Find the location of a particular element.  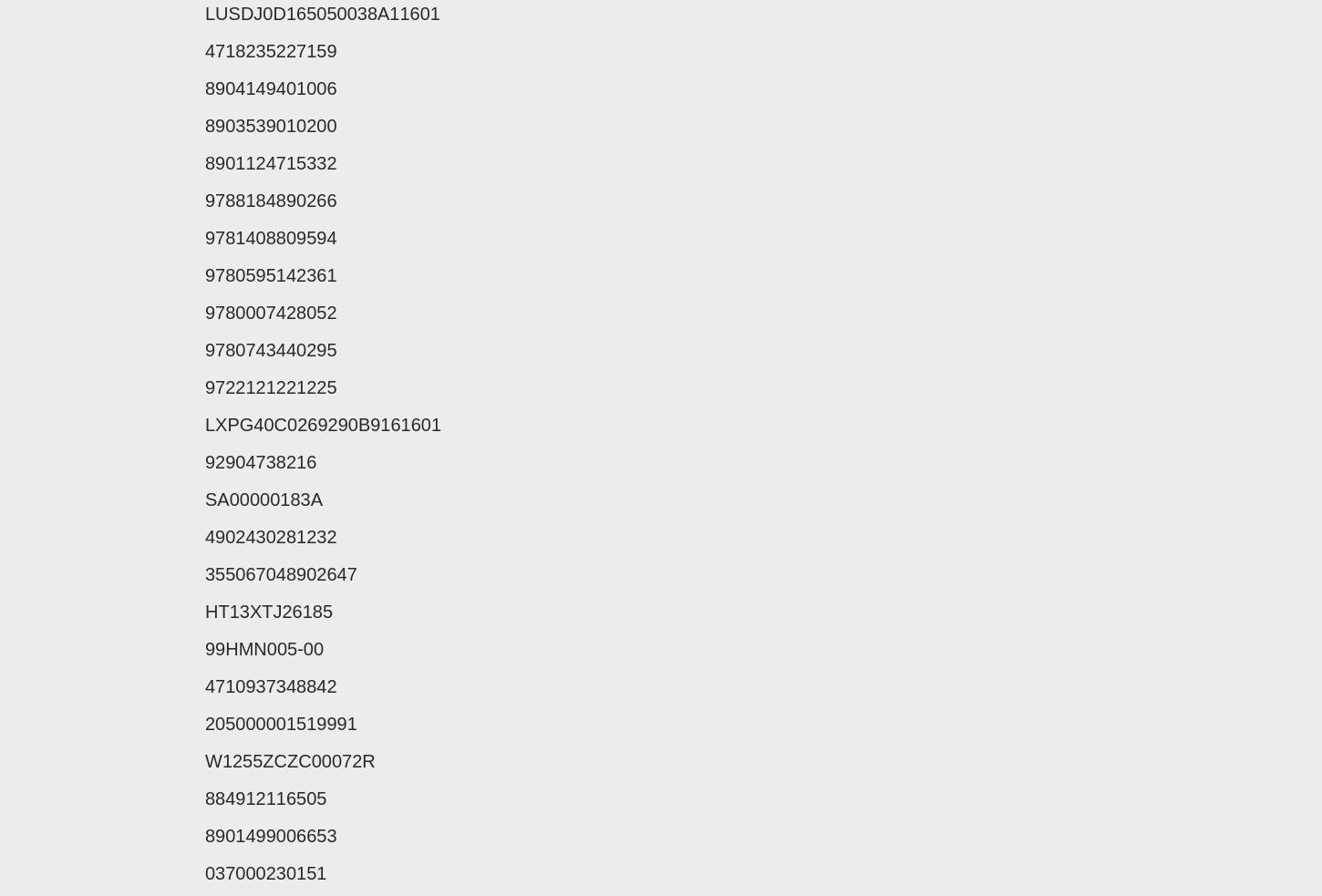

'99HMN005-00' is located at coordinates (204, 647).